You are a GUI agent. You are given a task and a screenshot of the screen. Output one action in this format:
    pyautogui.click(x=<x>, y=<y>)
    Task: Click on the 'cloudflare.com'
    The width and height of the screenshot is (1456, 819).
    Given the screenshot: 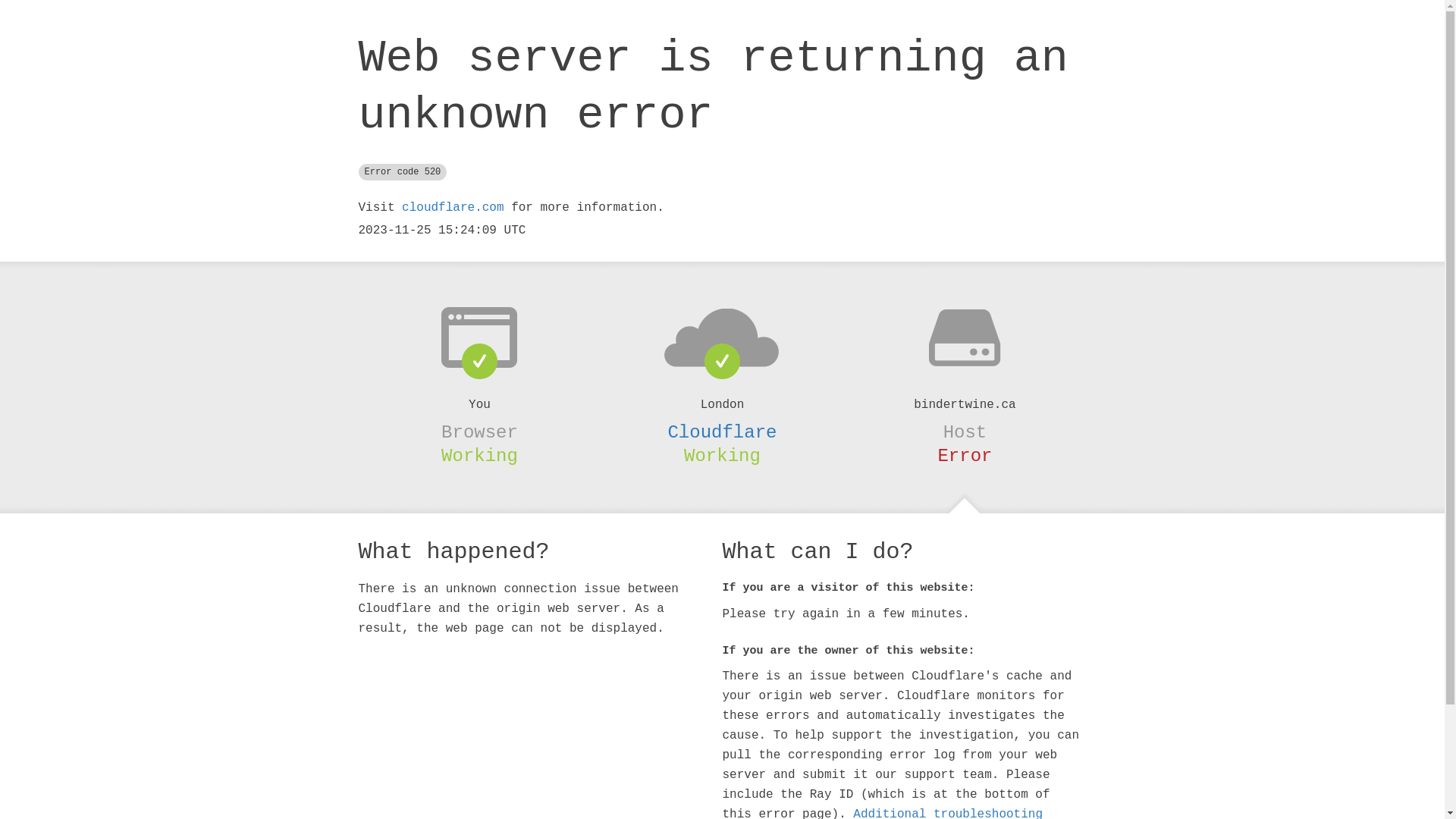 What is the action you would take?
    pyautogui.click(x=451, y=207)
    